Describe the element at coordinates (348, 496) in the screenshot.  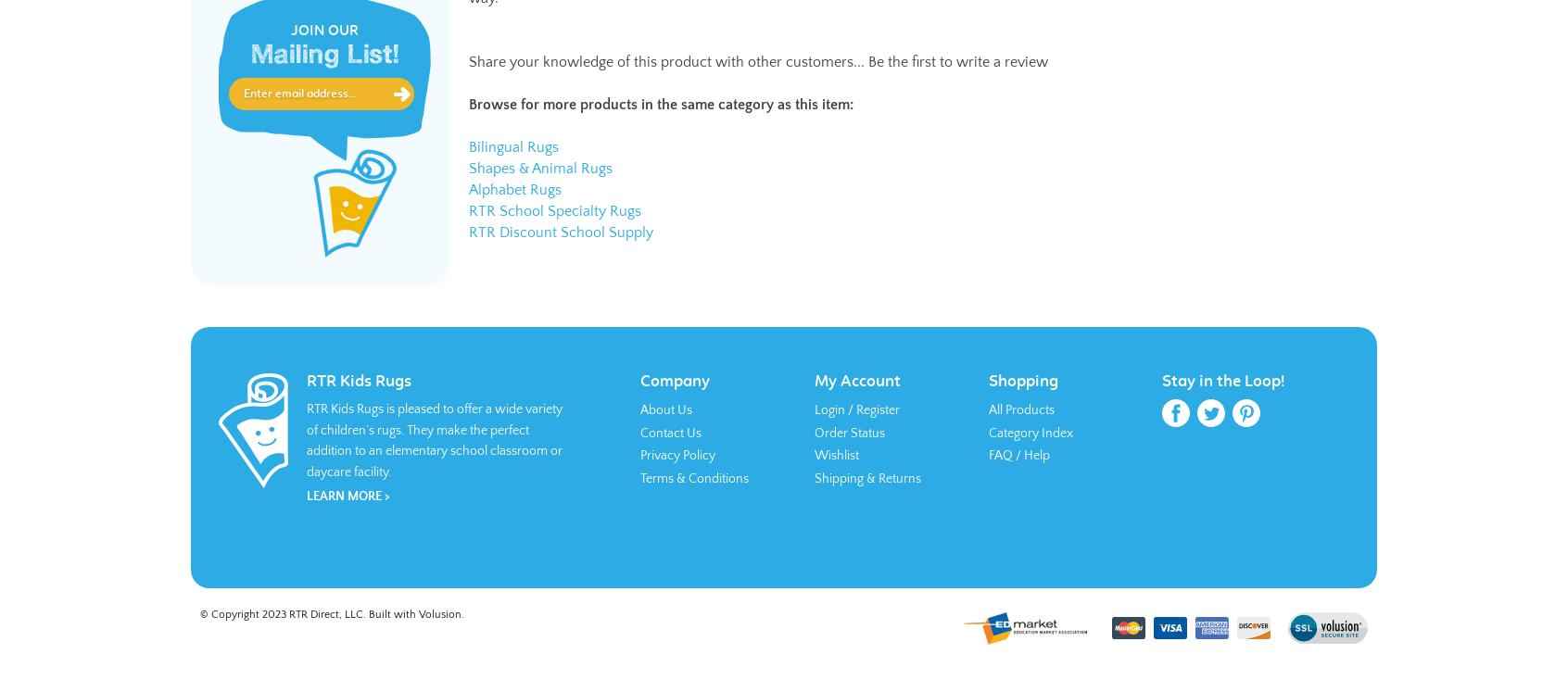
I see `'Learn more >'` at that location.